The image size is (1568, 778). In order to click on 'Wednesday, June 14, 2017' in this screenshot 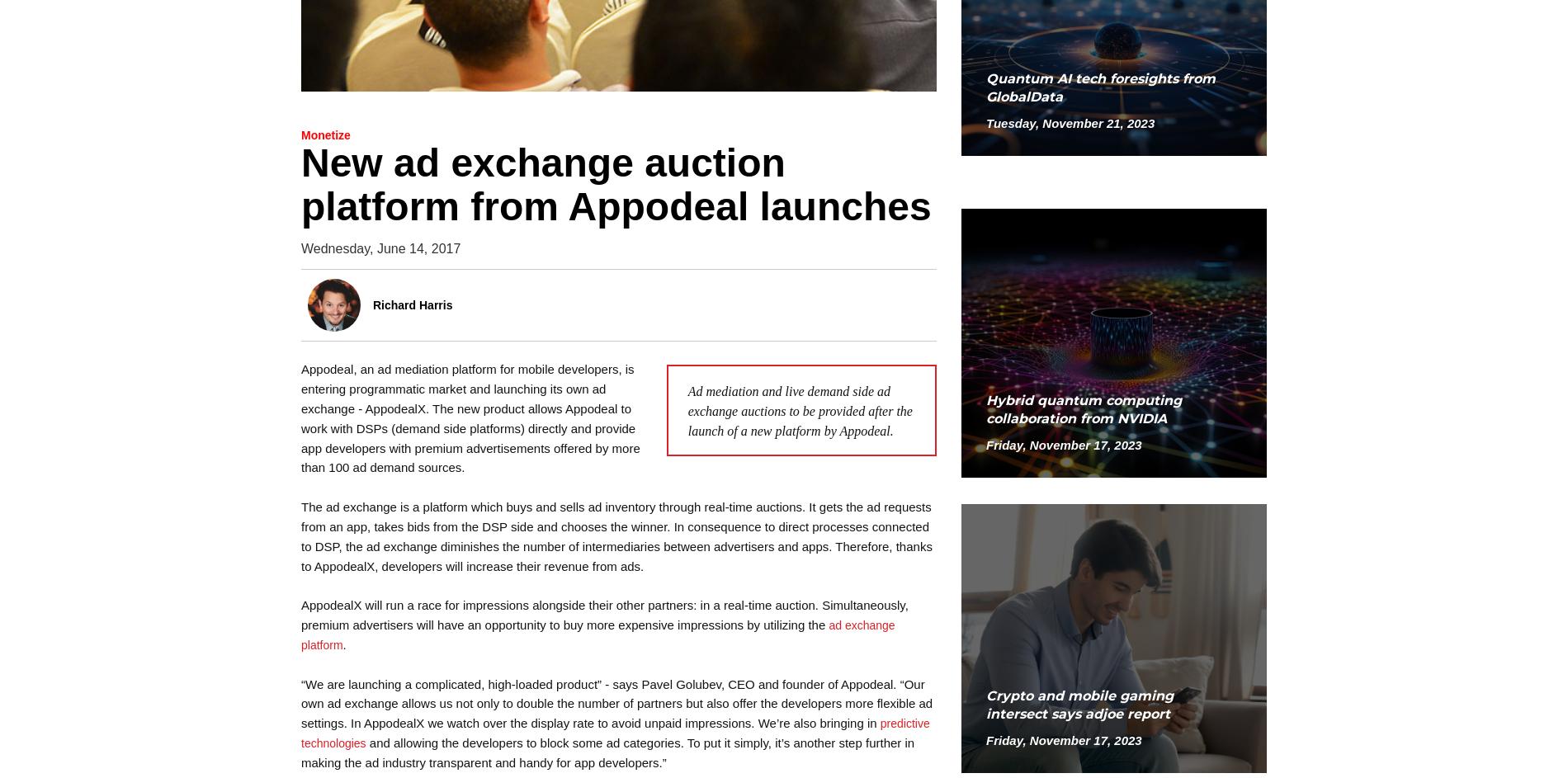, I will do `click(380, 247)`.